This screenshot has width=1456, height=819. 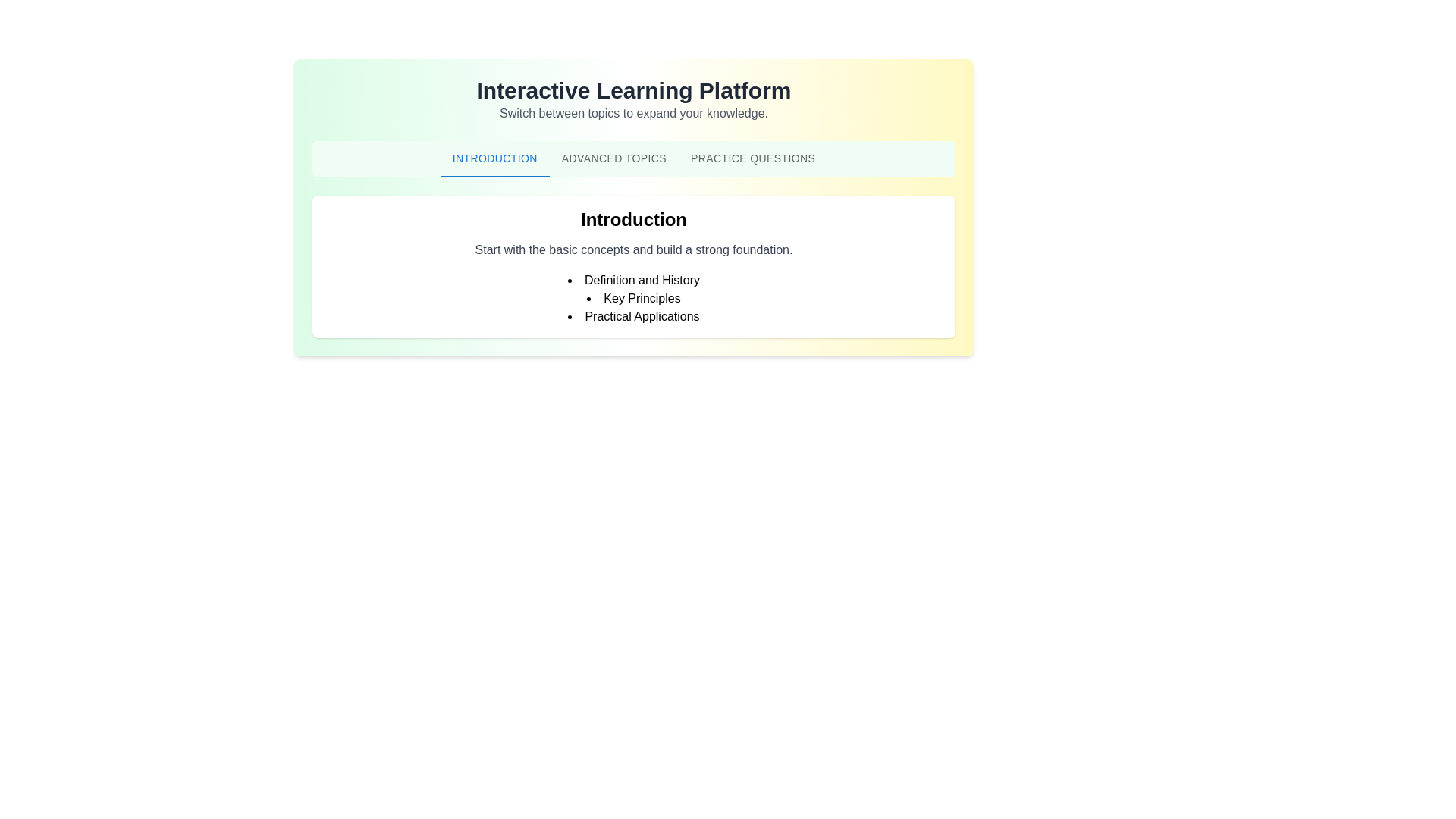 What do you see at coordinates (633, 249) in the screenshot?
I see `the static text element that provides context for the 'Introduction' section, located beneath the 'Introduction' heading and above the bulleted list starting with 'Definition and History'` at bounding box center [633, 249].